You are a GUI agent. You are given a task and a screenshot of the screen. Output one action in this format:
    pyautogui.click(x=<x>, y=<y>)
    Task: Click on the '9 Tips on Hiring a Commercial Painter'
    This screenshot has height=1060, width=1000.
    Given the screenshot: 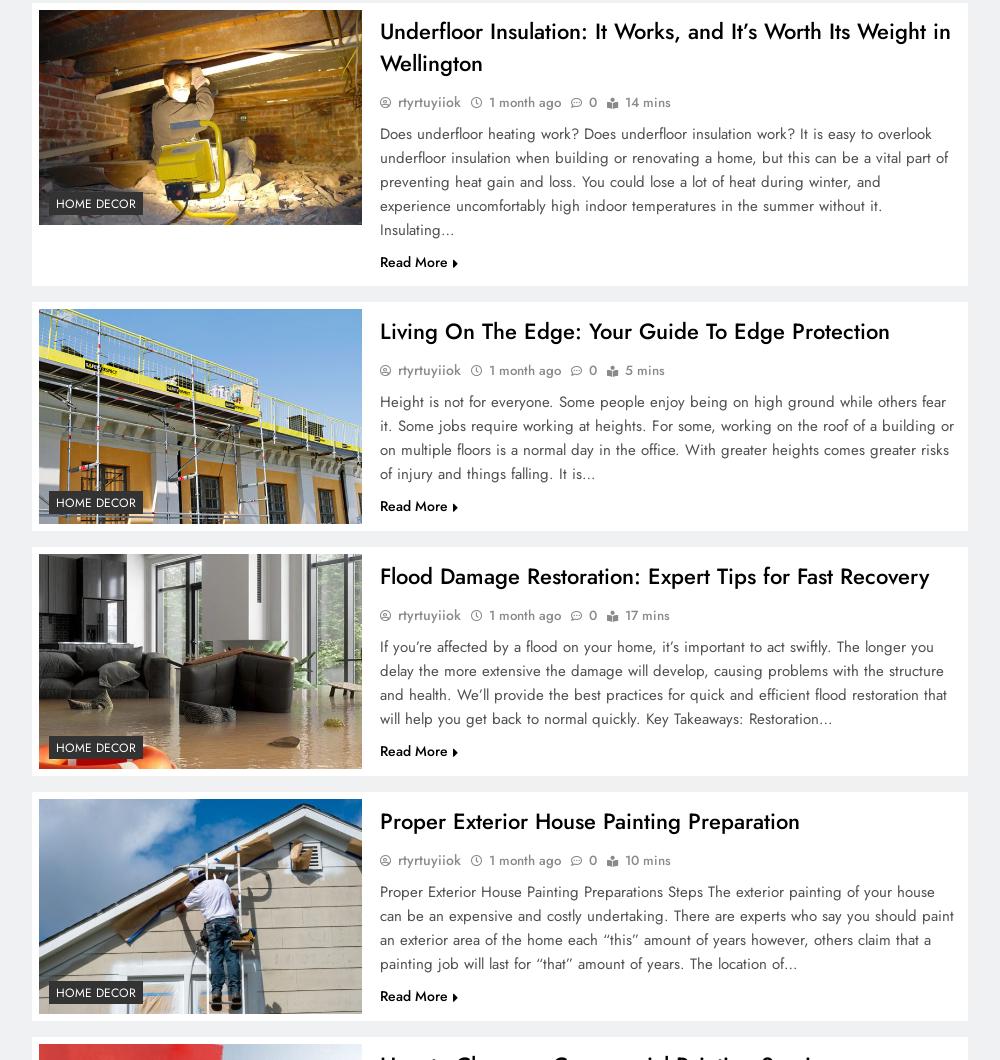 What is the action you would take?
    pyautogui.click(x=500, y=183)
    